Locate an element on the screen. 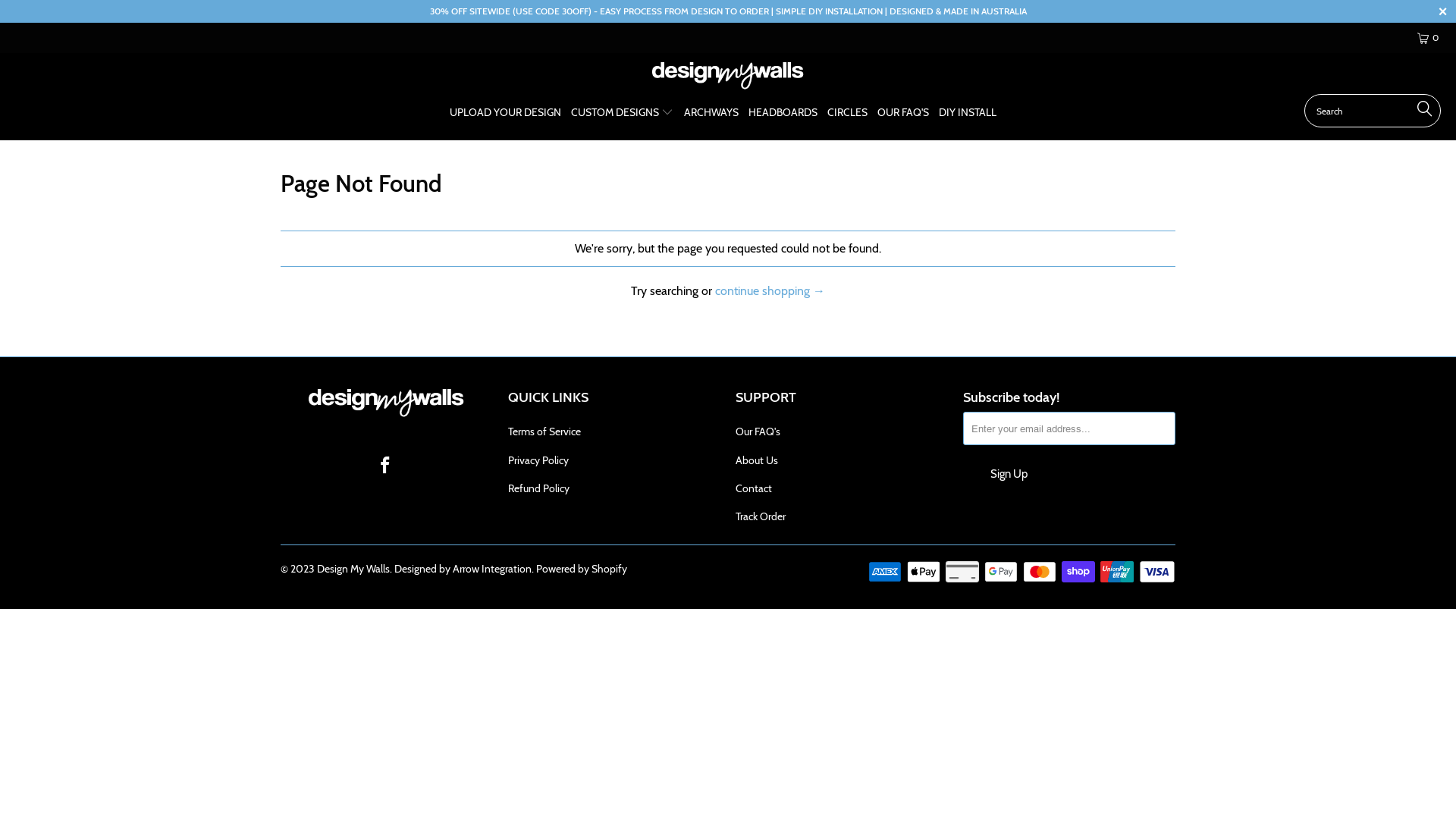  'CIRCLES' is located at coordinates (846, 112).